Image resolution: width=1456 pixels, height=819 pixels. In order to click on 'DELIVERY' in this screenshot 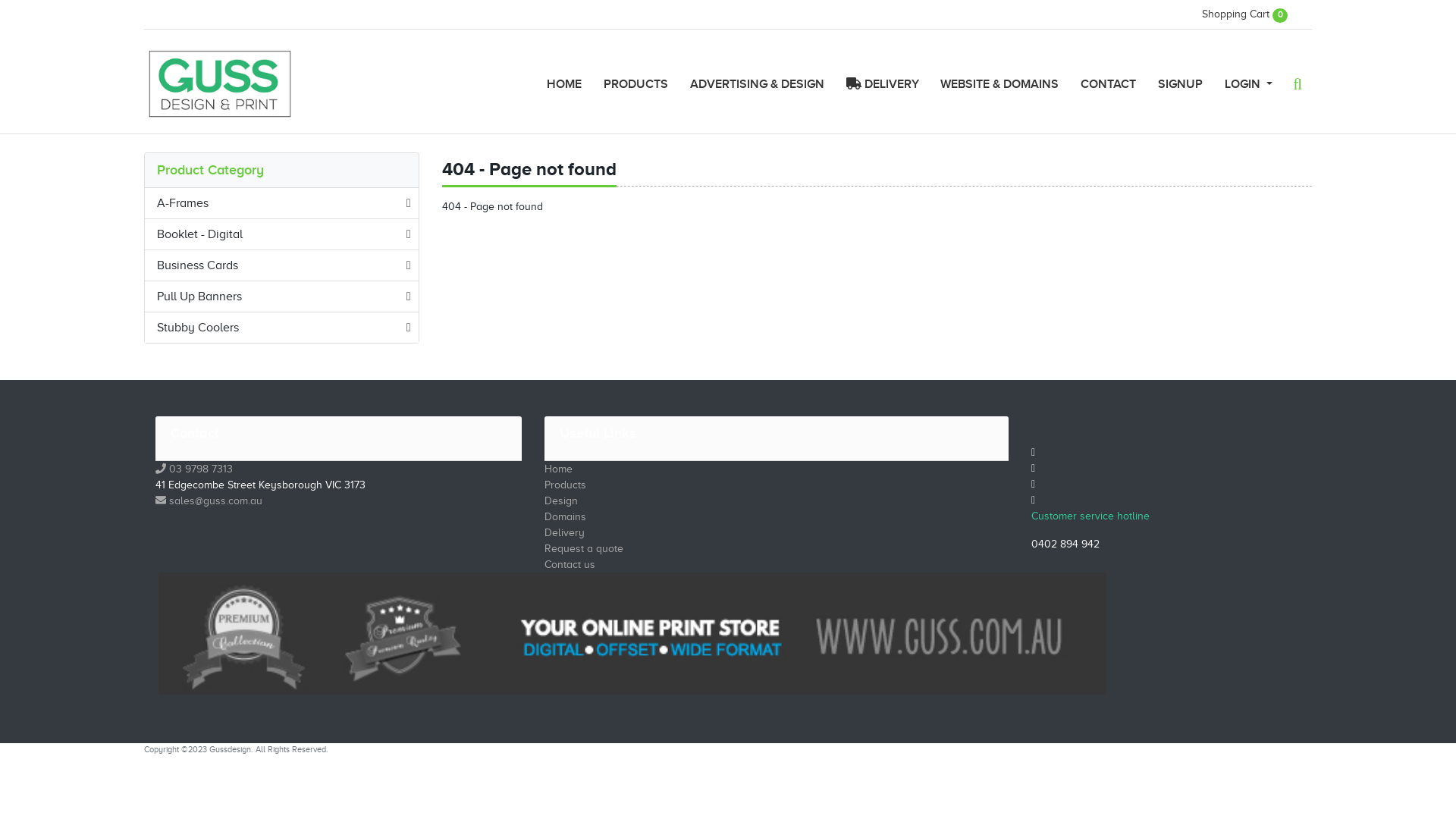, I will do `click(882, 84)`.